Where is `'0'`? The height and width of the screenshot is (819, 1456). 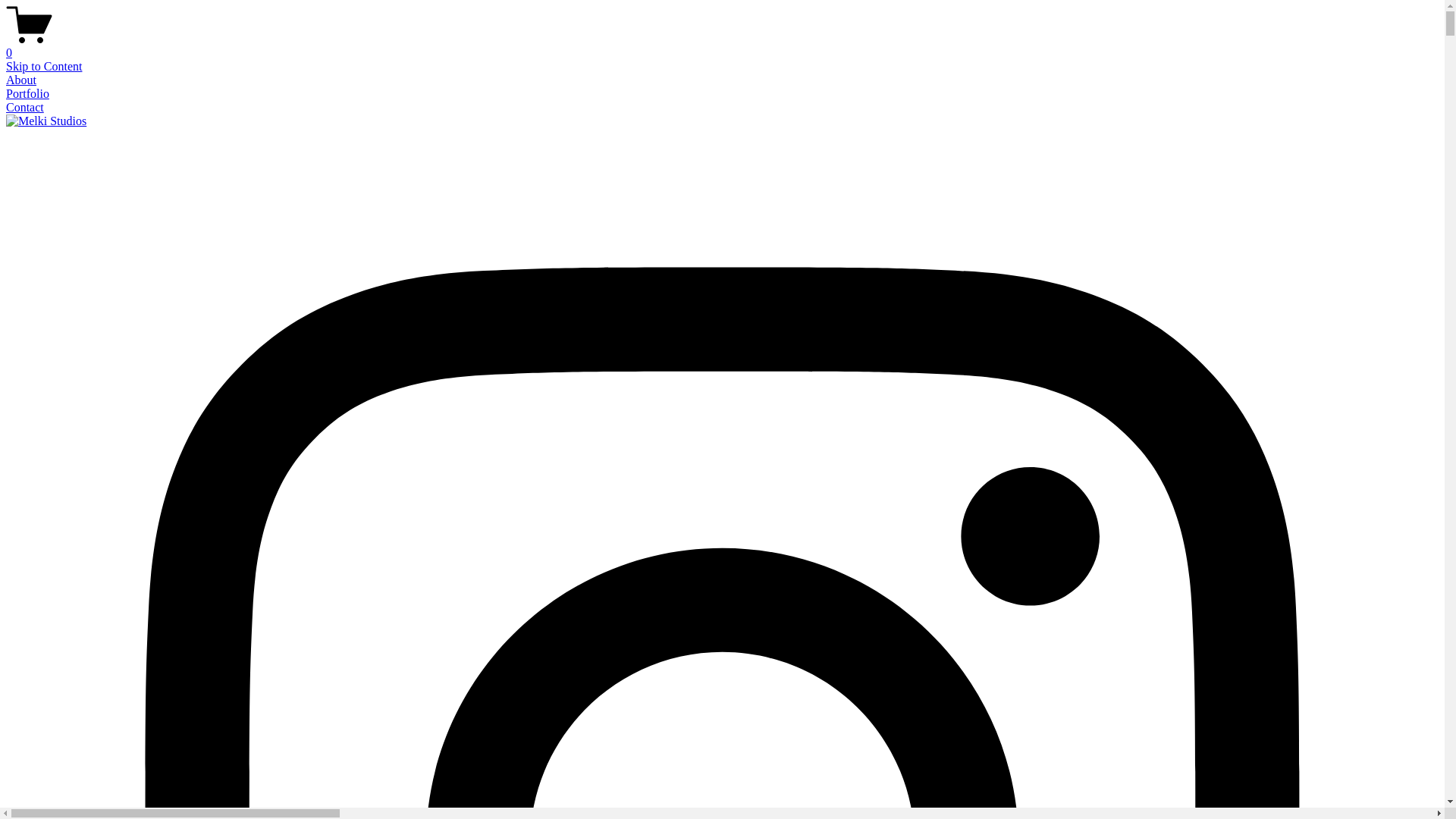
'0' is located at coordinates (721, 45).